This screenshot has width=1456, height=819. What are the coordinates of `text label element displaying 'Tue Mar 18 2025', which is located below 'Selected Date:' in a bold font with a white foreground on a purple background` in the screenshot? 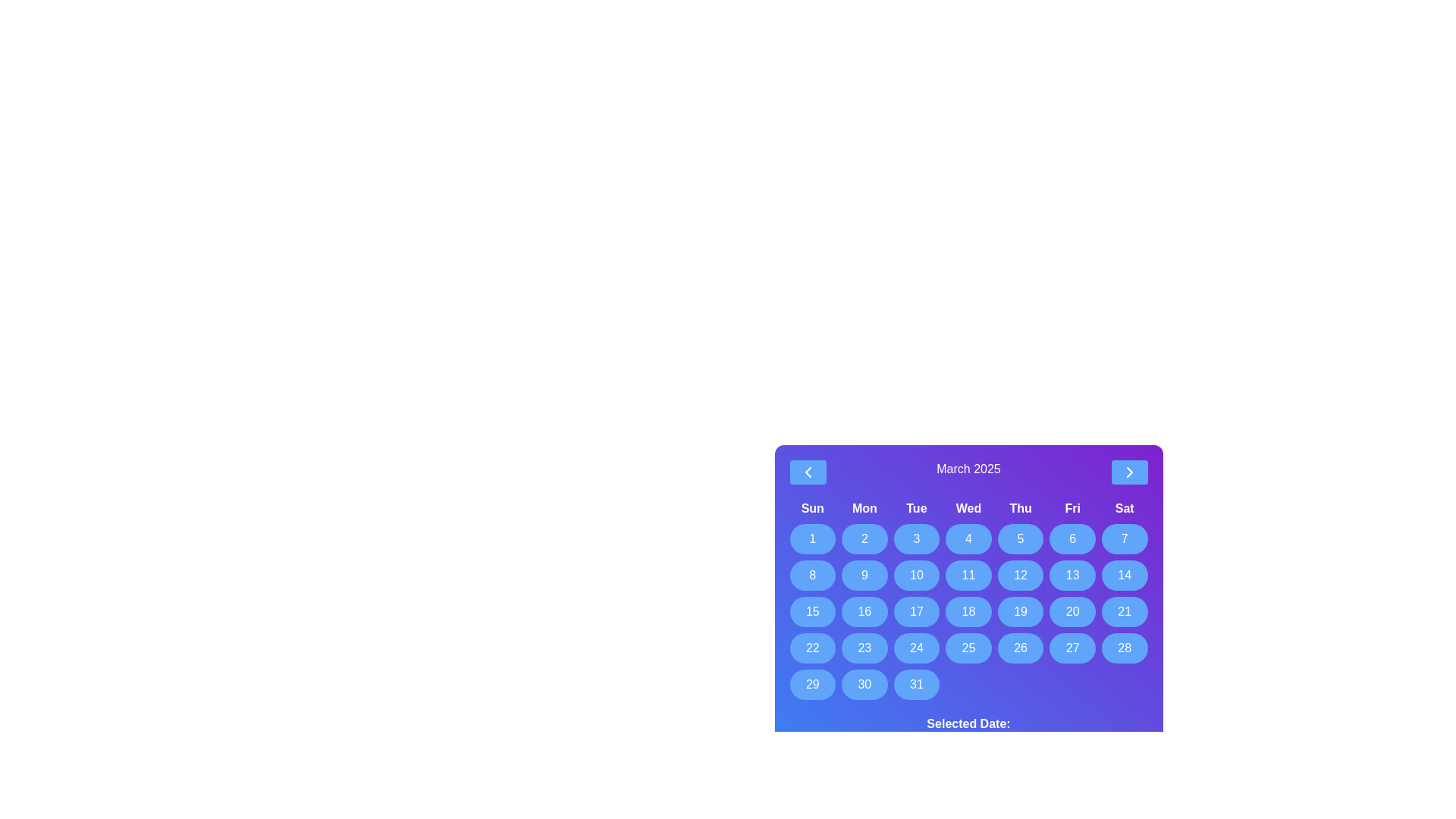 It's located at (968, 742).